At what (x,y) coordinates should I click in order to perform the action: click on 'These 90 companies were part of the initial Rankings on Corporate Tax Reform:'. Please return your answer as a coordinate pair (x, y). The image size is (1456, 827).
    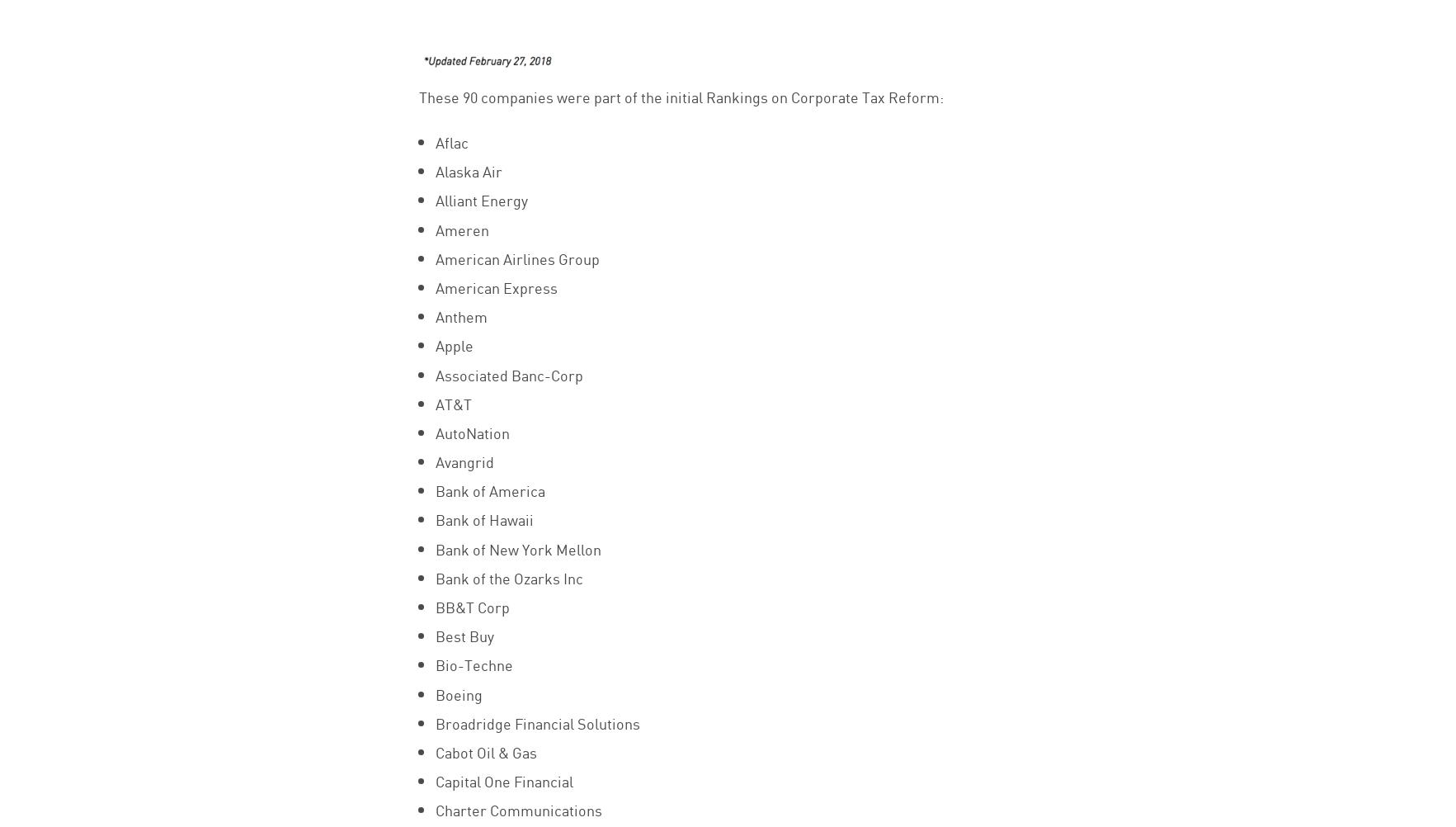
    Looking at the image, I should click on (679, 95).